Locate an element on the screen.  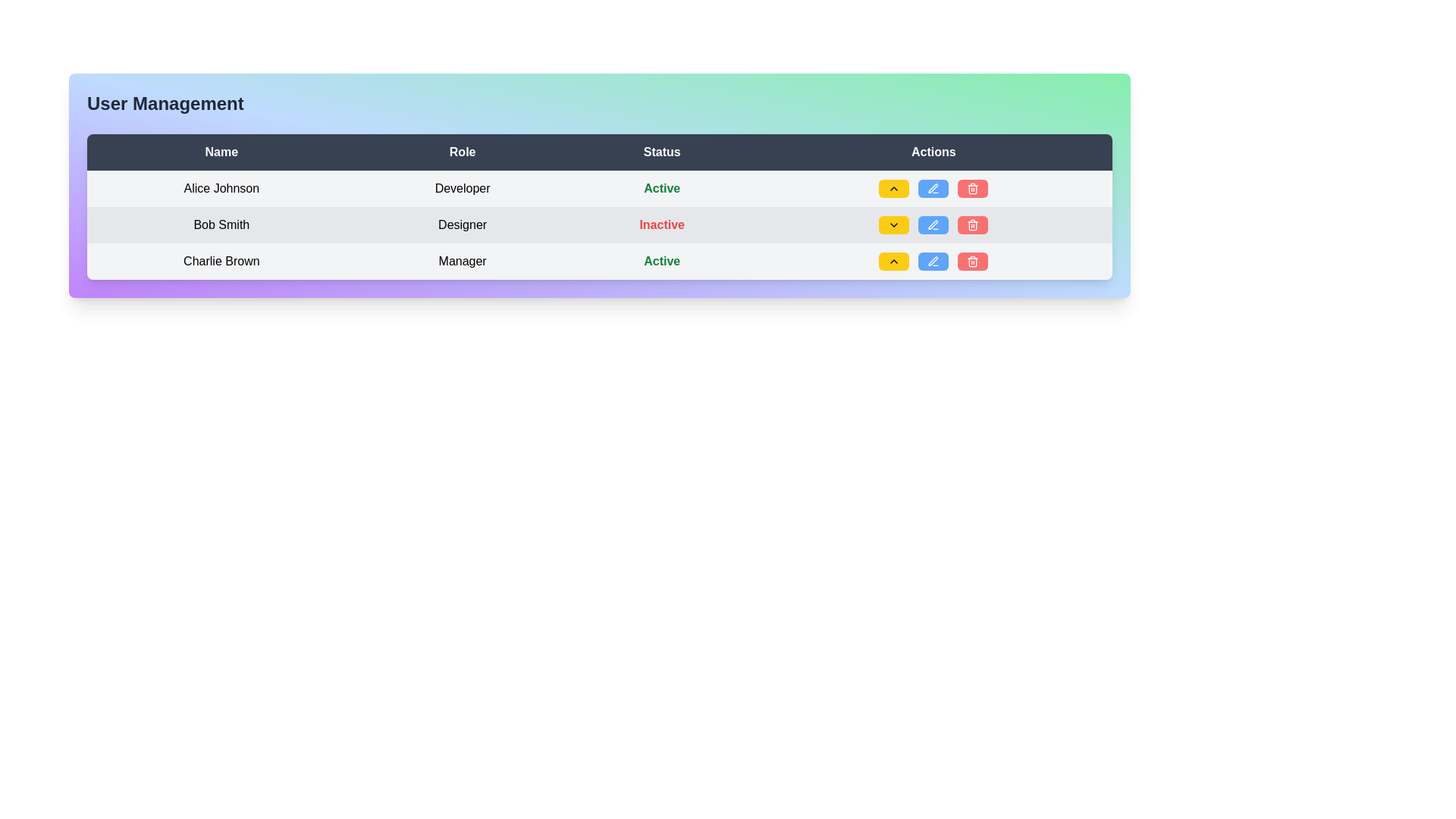
the pen icon button in the 'Actions' column for user 'Bob Smith' is located at coordinates (933, 225).